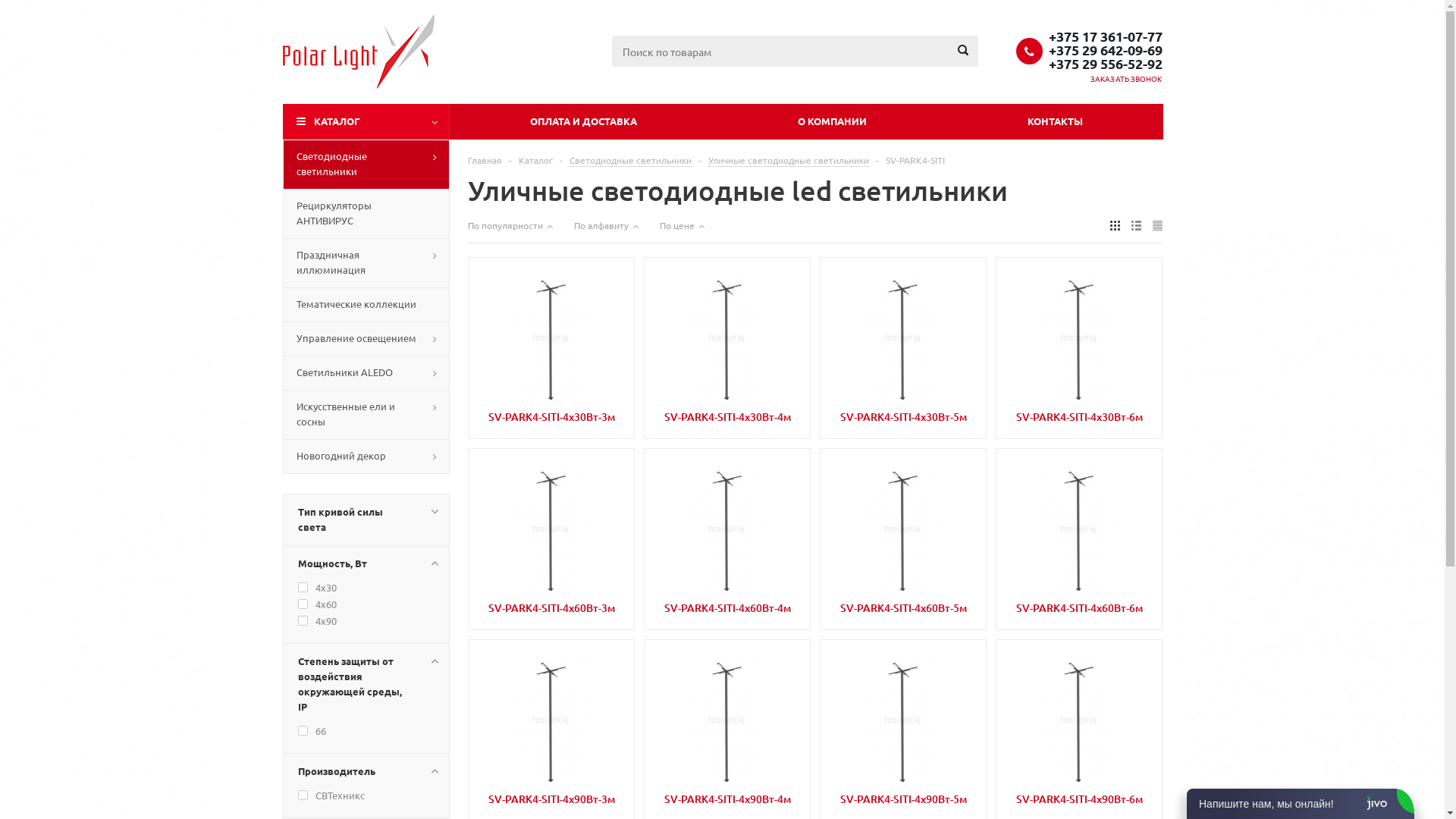 This screenshot has width=1456, height=819. What do you see at coordinates (1105, 49) in the screenshot?
I see `'+375 29 642-09-69'` at bounding box center [1105, 49].